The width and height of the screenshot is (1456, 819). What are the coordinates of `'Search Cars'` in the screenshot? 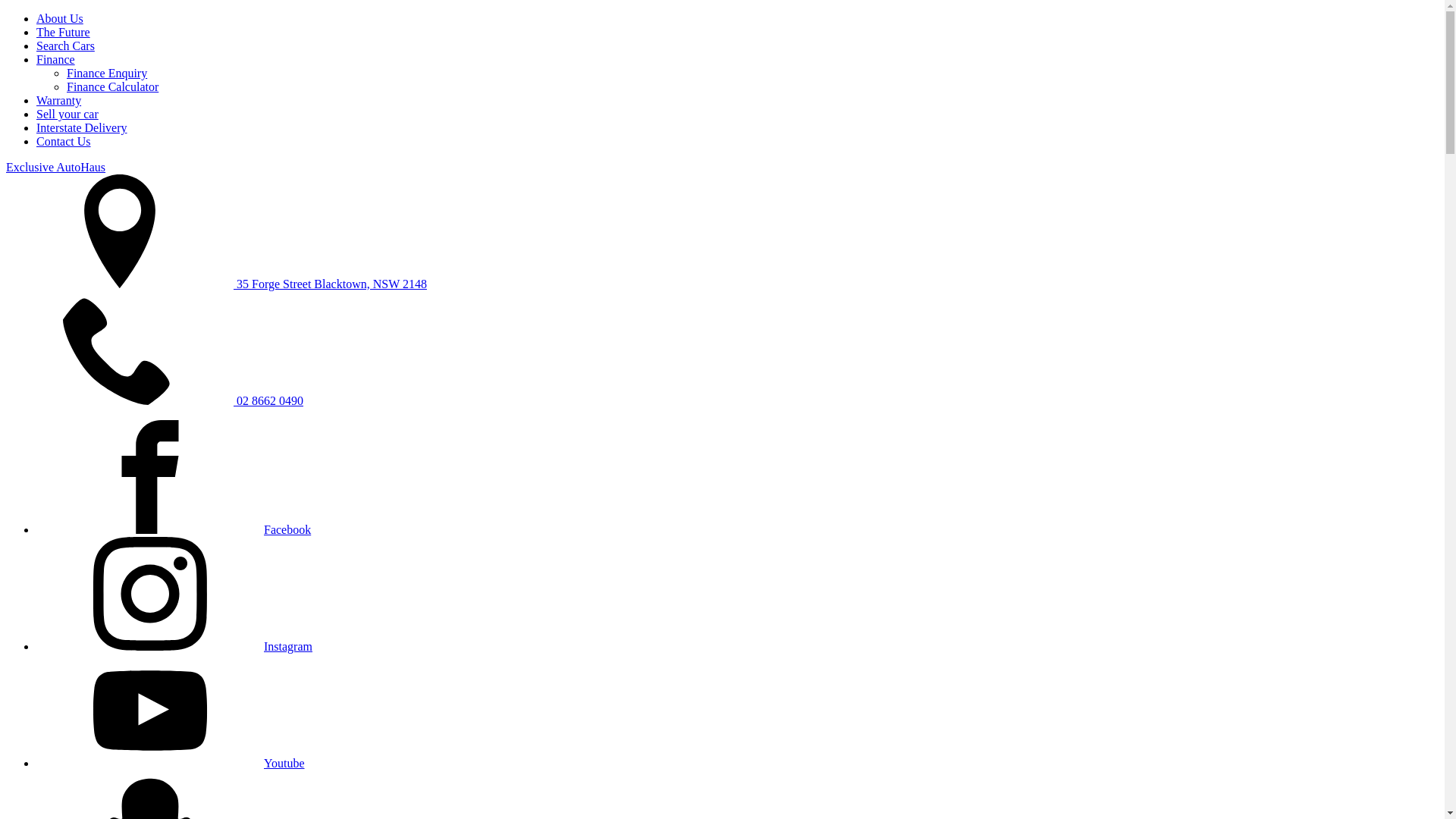 It's located at (64, 45).